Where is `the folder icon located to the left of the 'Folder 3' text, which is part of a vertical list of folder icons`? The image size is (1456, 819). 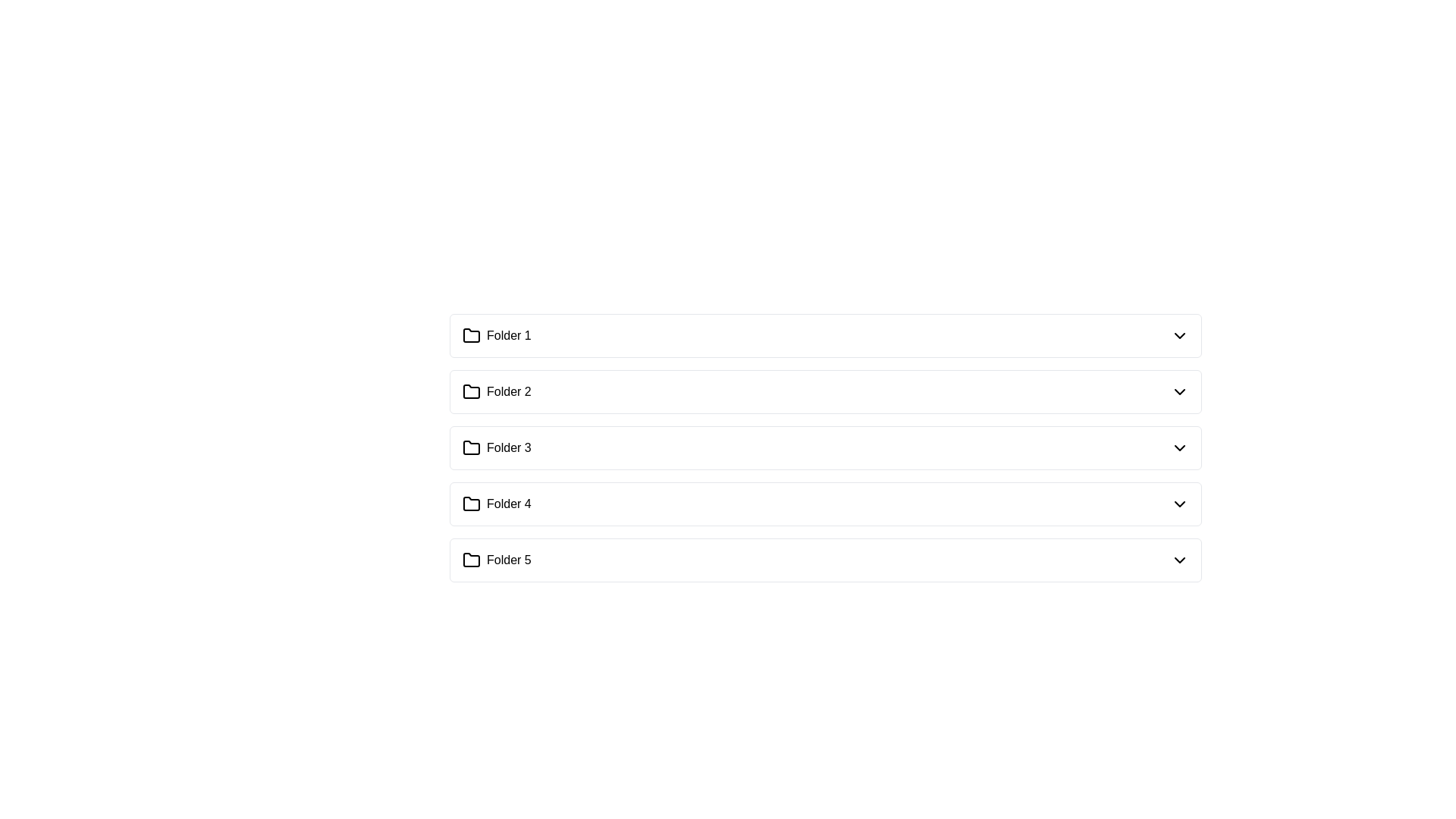 the folder icon located to the left of the 'Folder 3' text, which is part of a vertical list of folder icons is located at coordinates (471, 447).